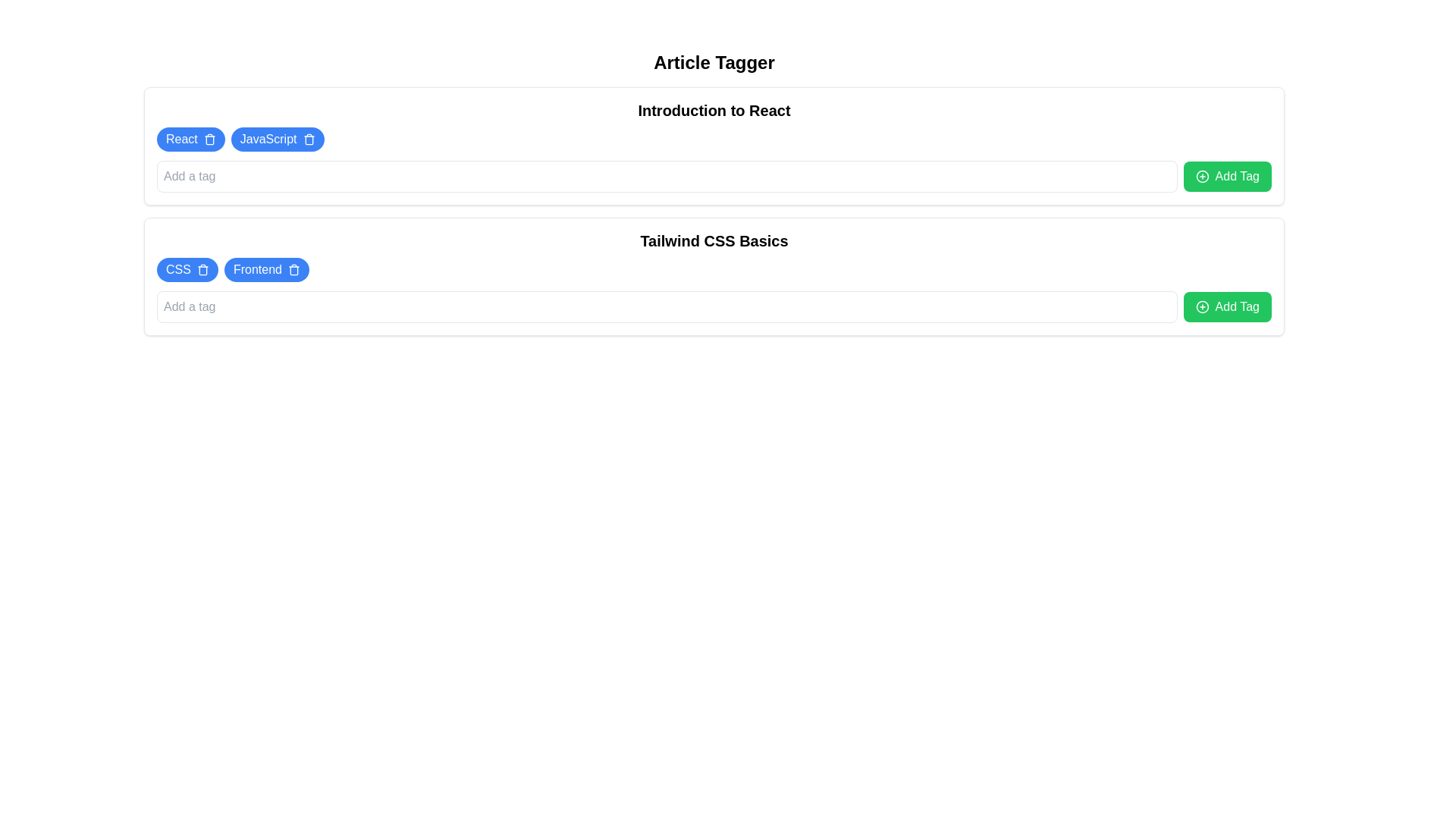 This screenshot has height=819, width=1456. I want to click on the circular icon component representing the addition or creation action next to the 'Add Tag' button for the 'Tailwind CSS Basics' entry, so click(1201, 307).